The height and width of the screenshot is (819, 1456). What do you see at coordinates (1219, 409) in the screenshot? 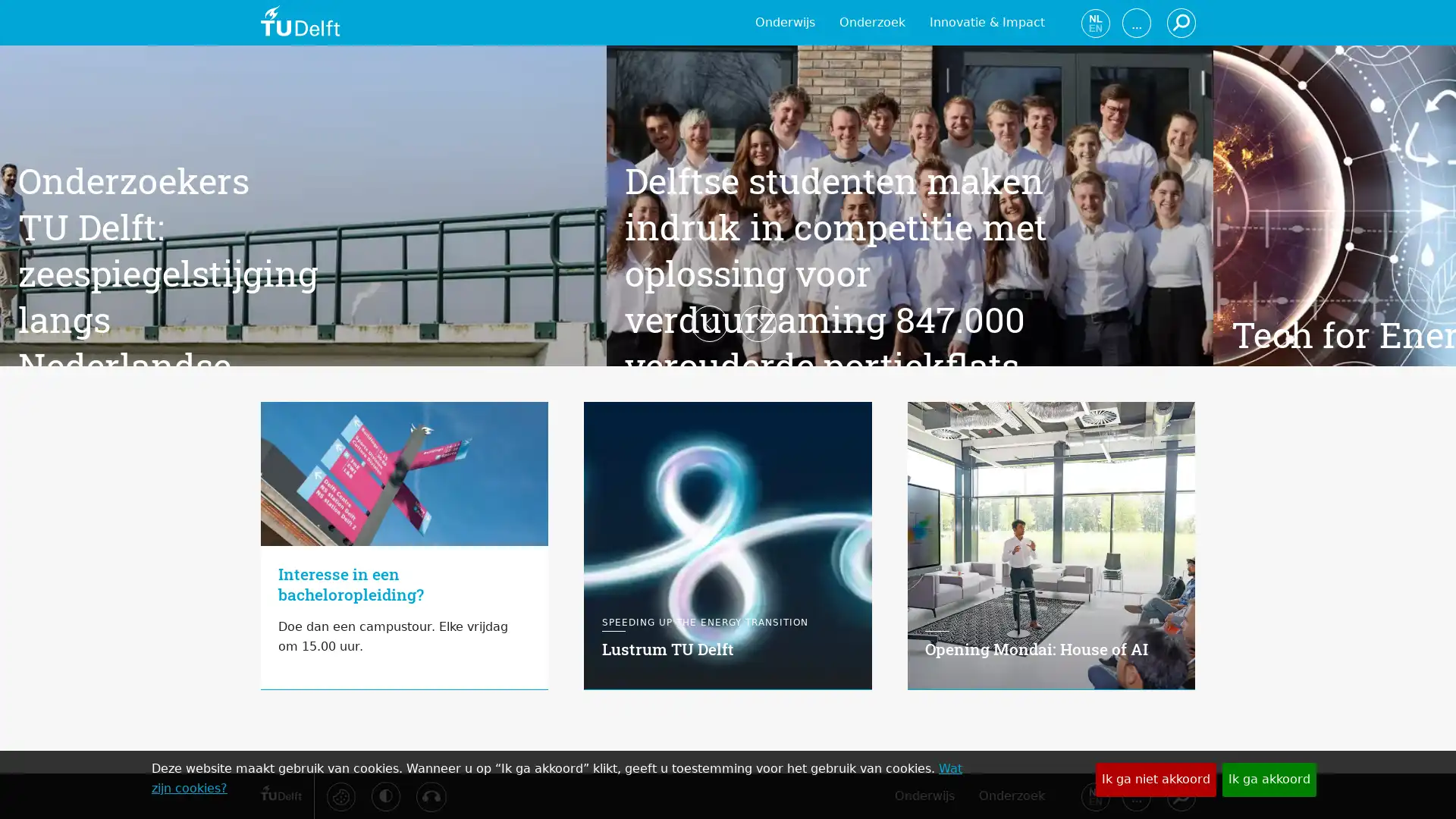
I see `Ga naar volgend item` at bounding box center [1219, 409].